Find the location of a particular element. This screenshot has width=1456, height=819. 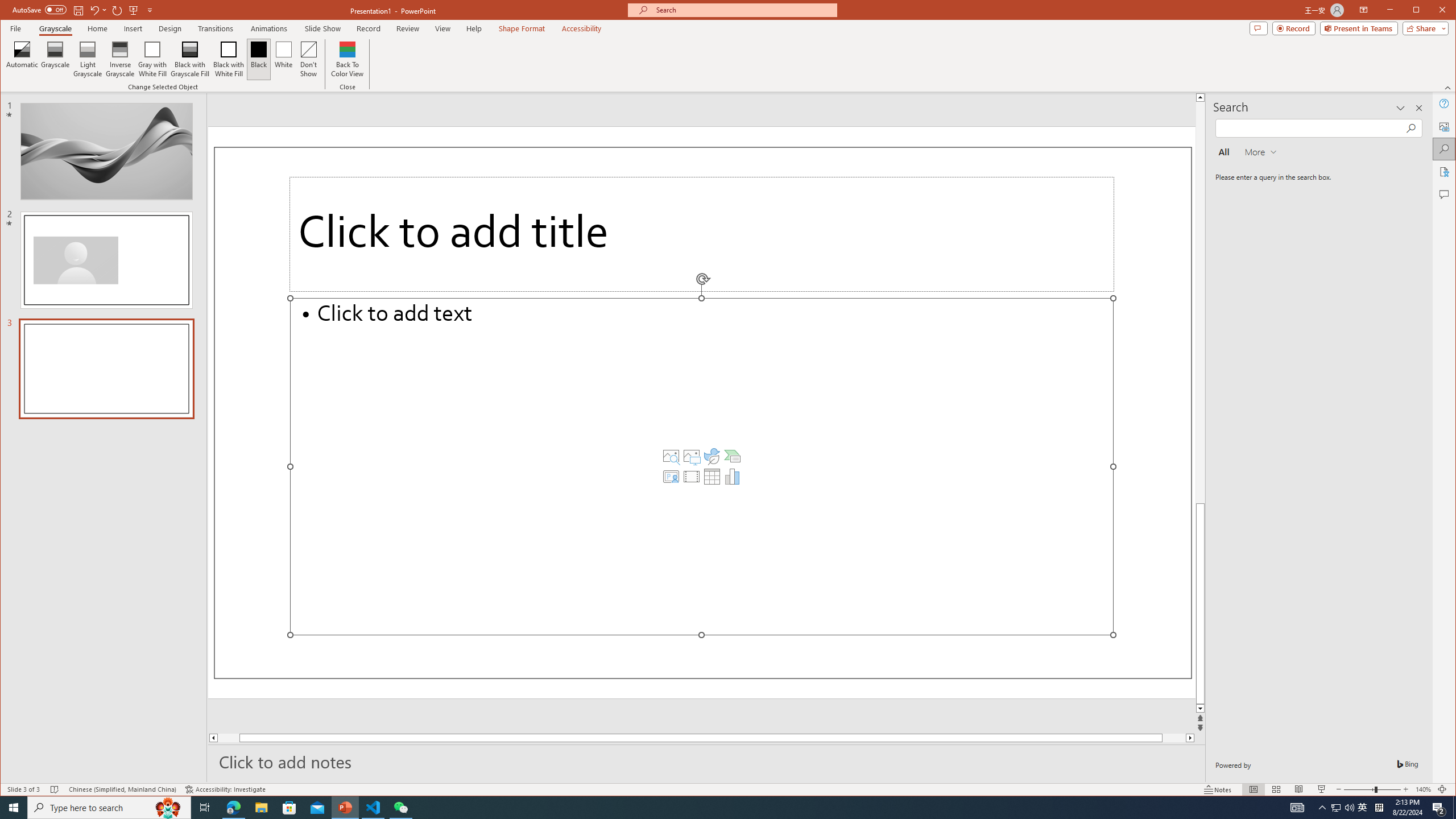

'AutoSave' is located at coordinates (39, 9).